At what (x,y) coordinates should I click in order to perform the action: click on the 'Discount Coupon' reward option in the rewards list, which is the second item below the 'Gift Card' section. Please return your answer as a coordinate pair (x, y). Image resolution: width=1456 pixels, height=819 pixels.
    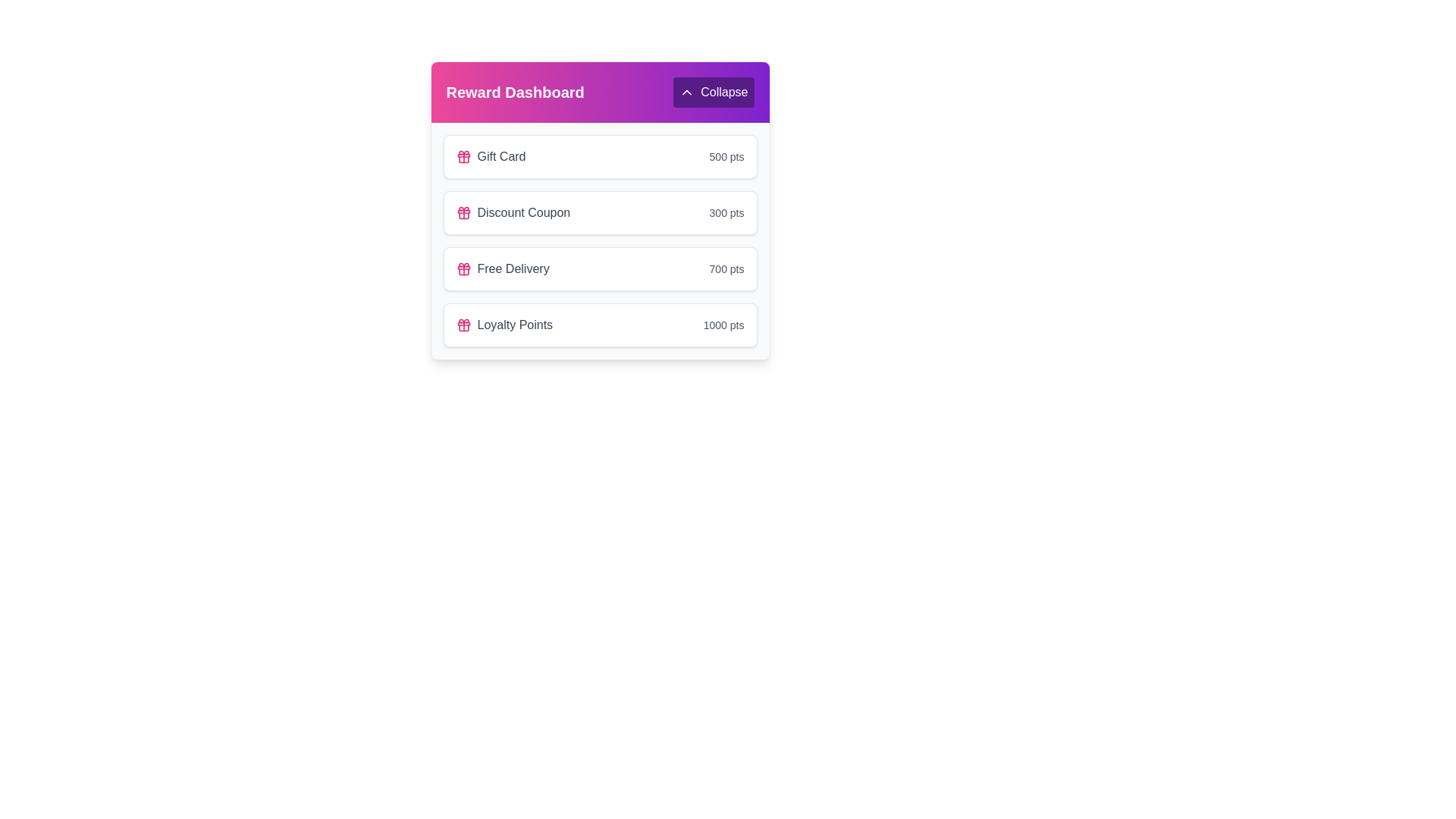
    Looking at the image, I should click on (599, 210).